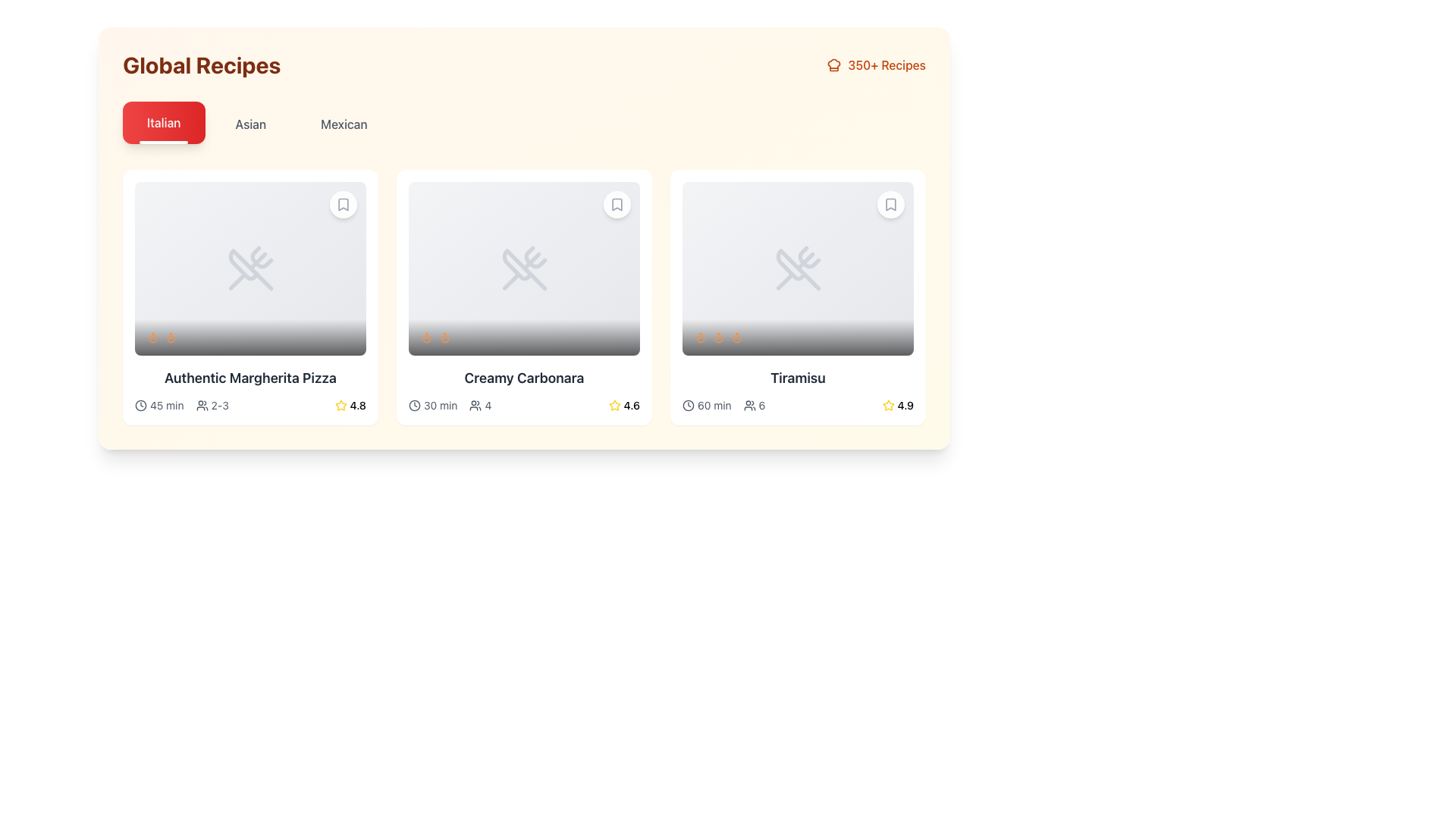 The height and width of the screenshot is (819, 1456). What do you see at coordinates (898, 404) in the screenshot?
I see `rating value from the rating indicator of the 'Tiramisu' recipe, which is a star icon accompanied by a numerical score in the third column of the recipe cards` at bounding box center [898, 404].